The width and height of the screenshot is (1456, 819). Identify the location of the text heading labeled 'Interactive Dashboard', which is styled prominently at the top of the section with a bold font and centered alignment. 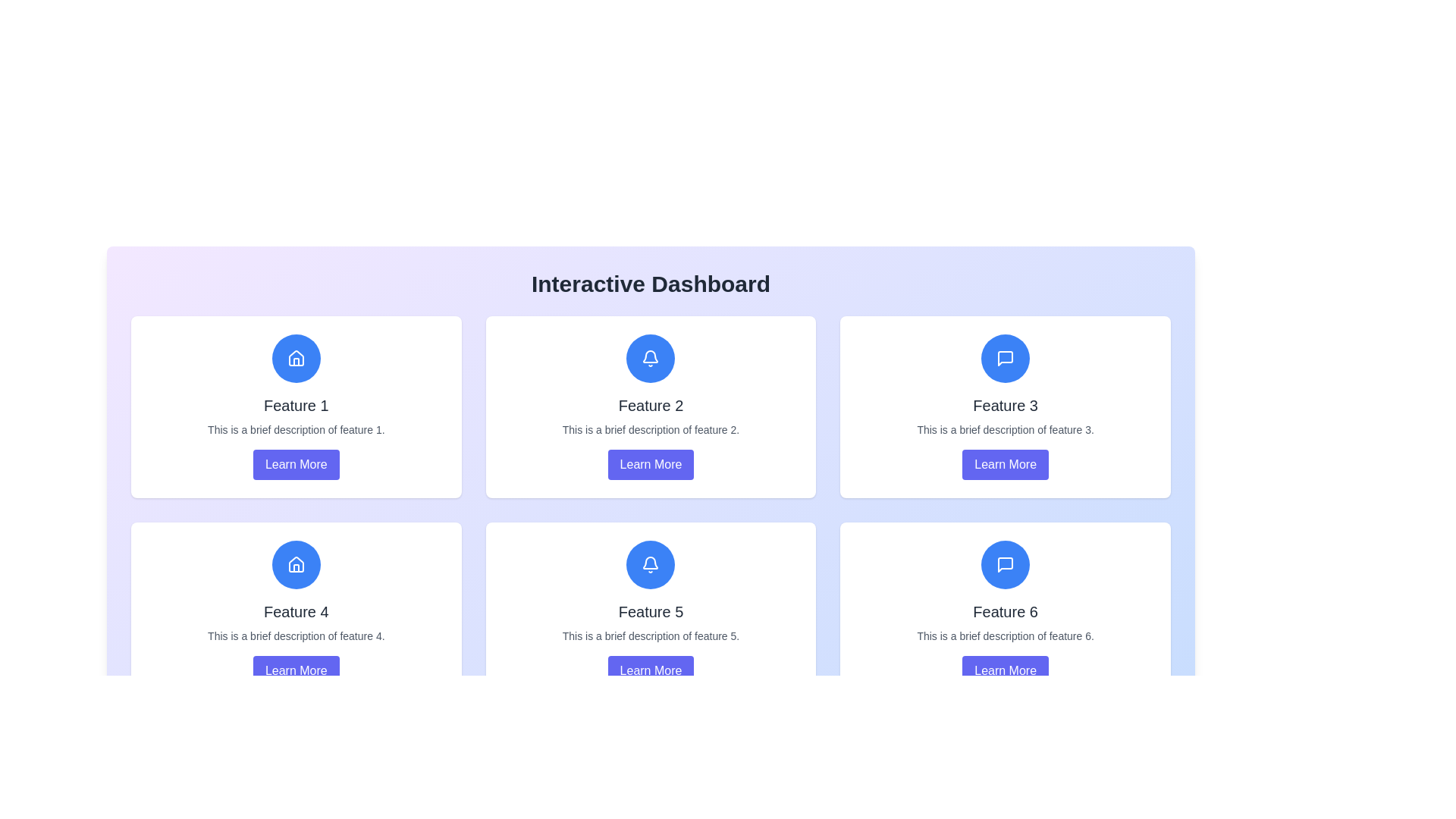
(651, 293).